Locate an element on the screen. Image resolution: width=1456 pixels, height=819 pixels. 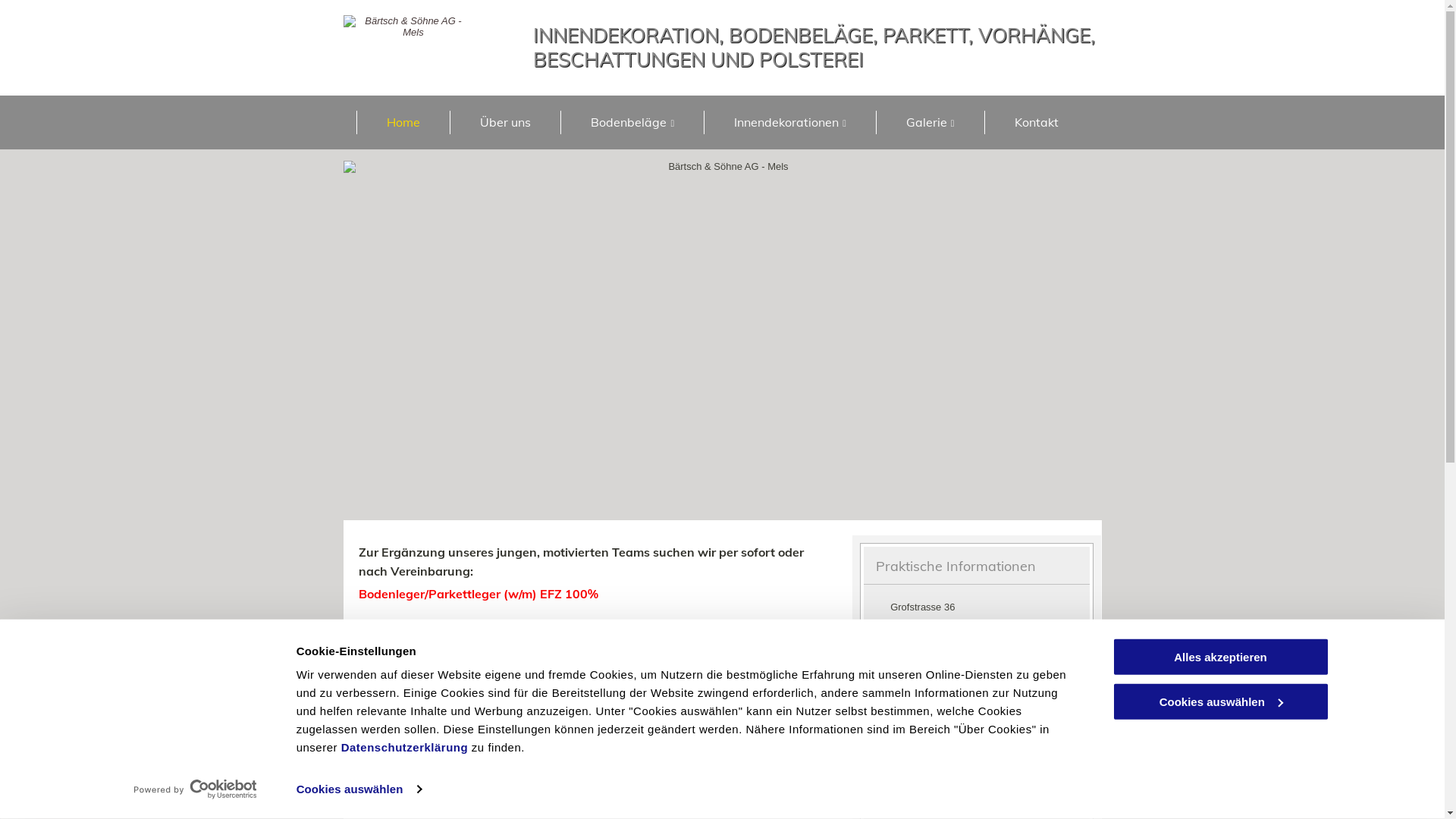
'079 423 12 70' is located at coordinates (930, 671).